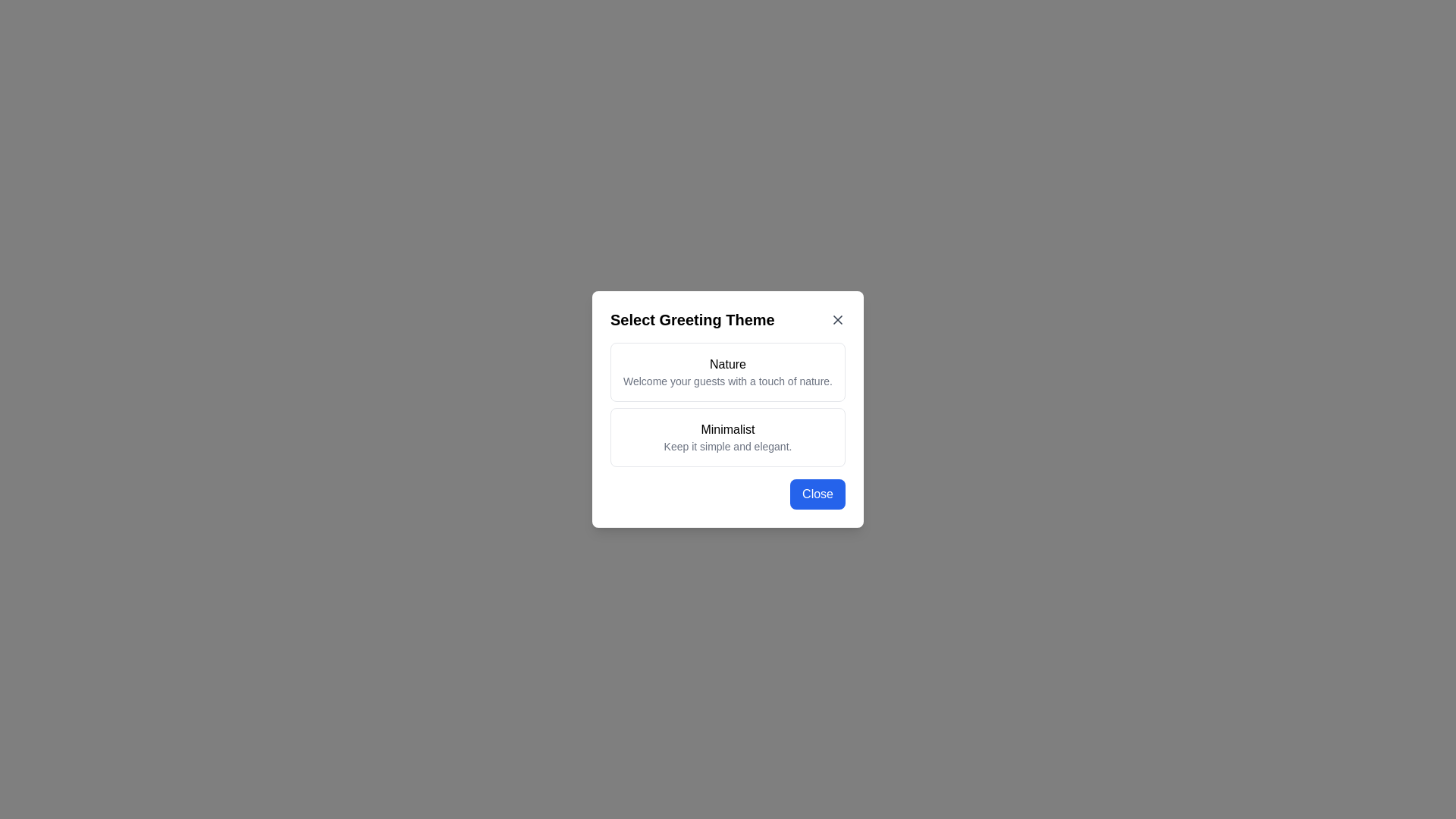  I want to click on the close icon located in the top-right corner of the modal or dialog box, so click(836, 318).